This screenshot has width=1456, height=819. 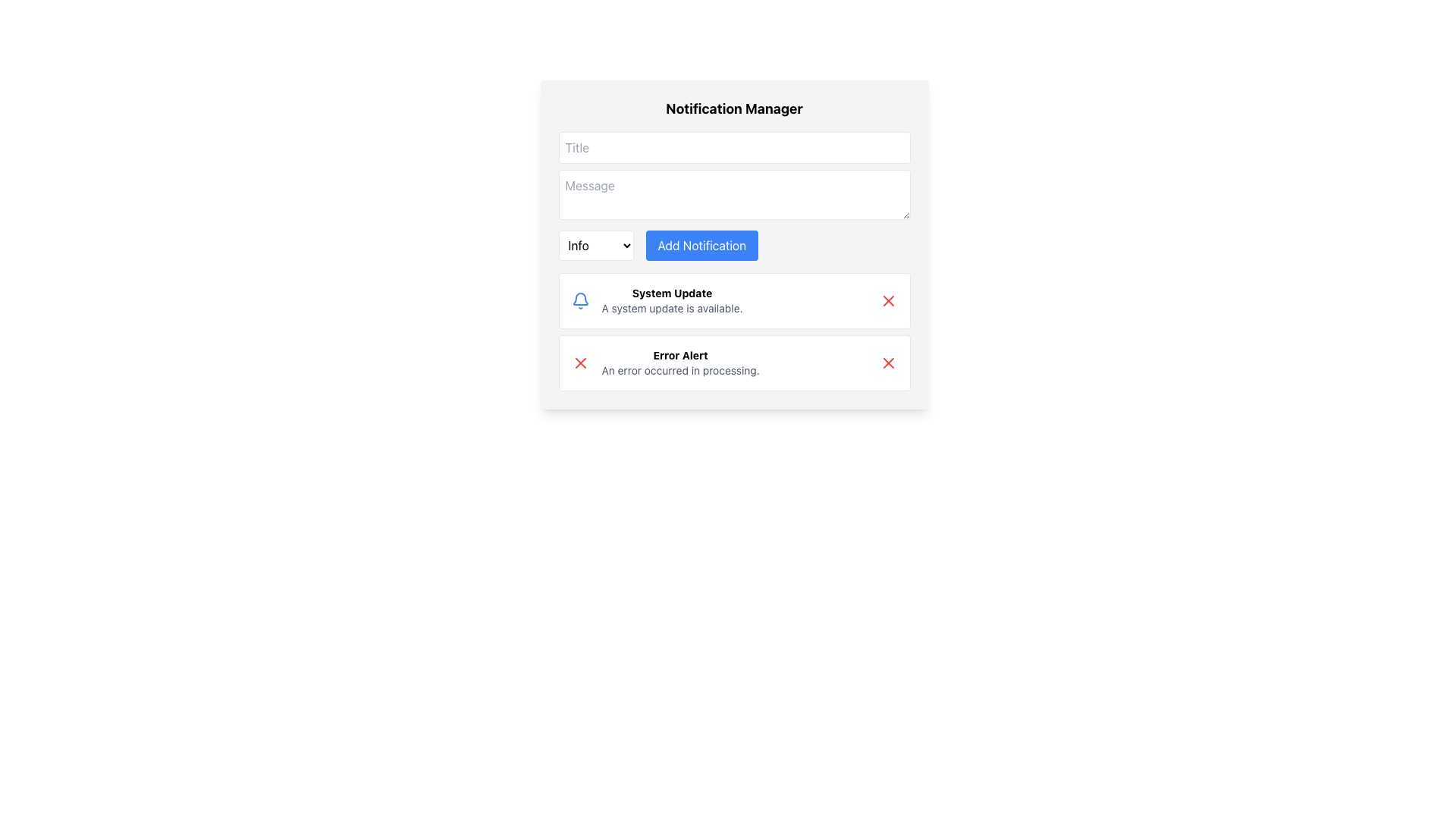 What do you see at coordinates (734, 245) in the screenshot?
I see `the 'Add Notification' button, which is positioned centrally below the 'Message' text area and above the list of notifications` at bounding box center [734, 245].